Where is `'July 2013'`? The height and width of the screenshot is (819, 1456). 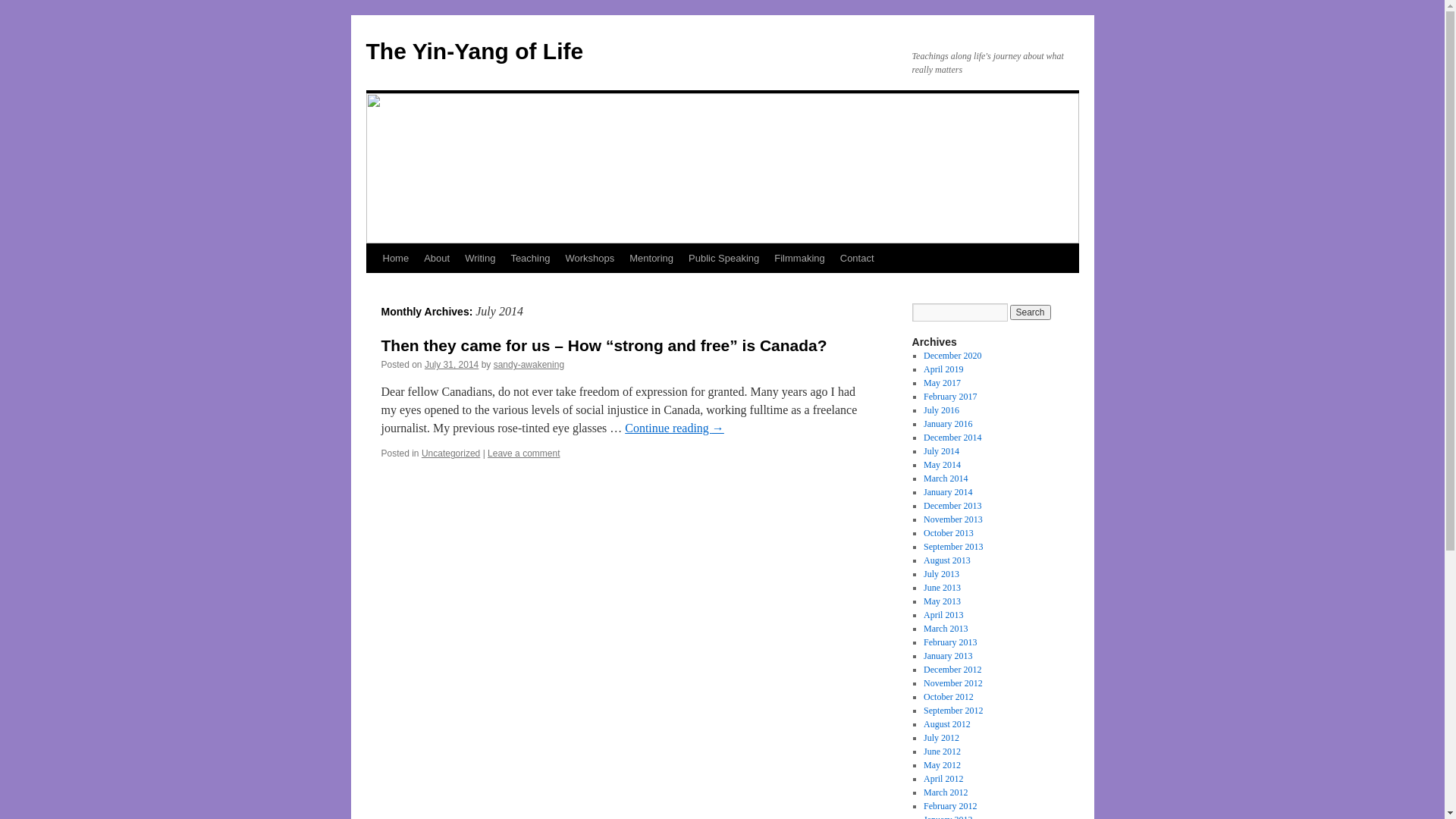 'July 2013' is located at coordinates (940, 573).